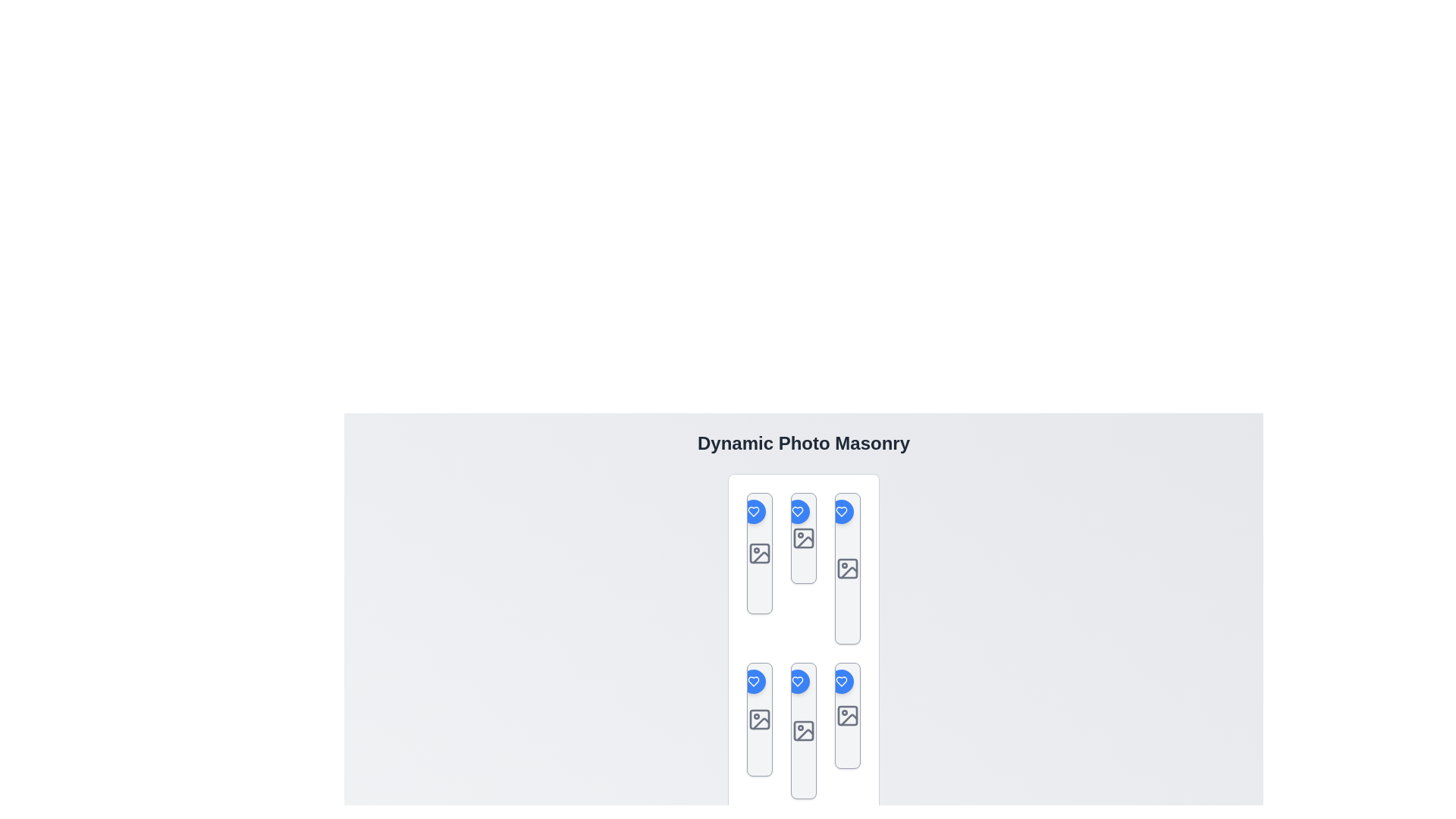 The image size is (1456, 819). Describe the element at coordinates (796, 680) in the screenshot. I see `the blue heart-shaped icon located in the middle row of the second column in a three-column grid` at that location.